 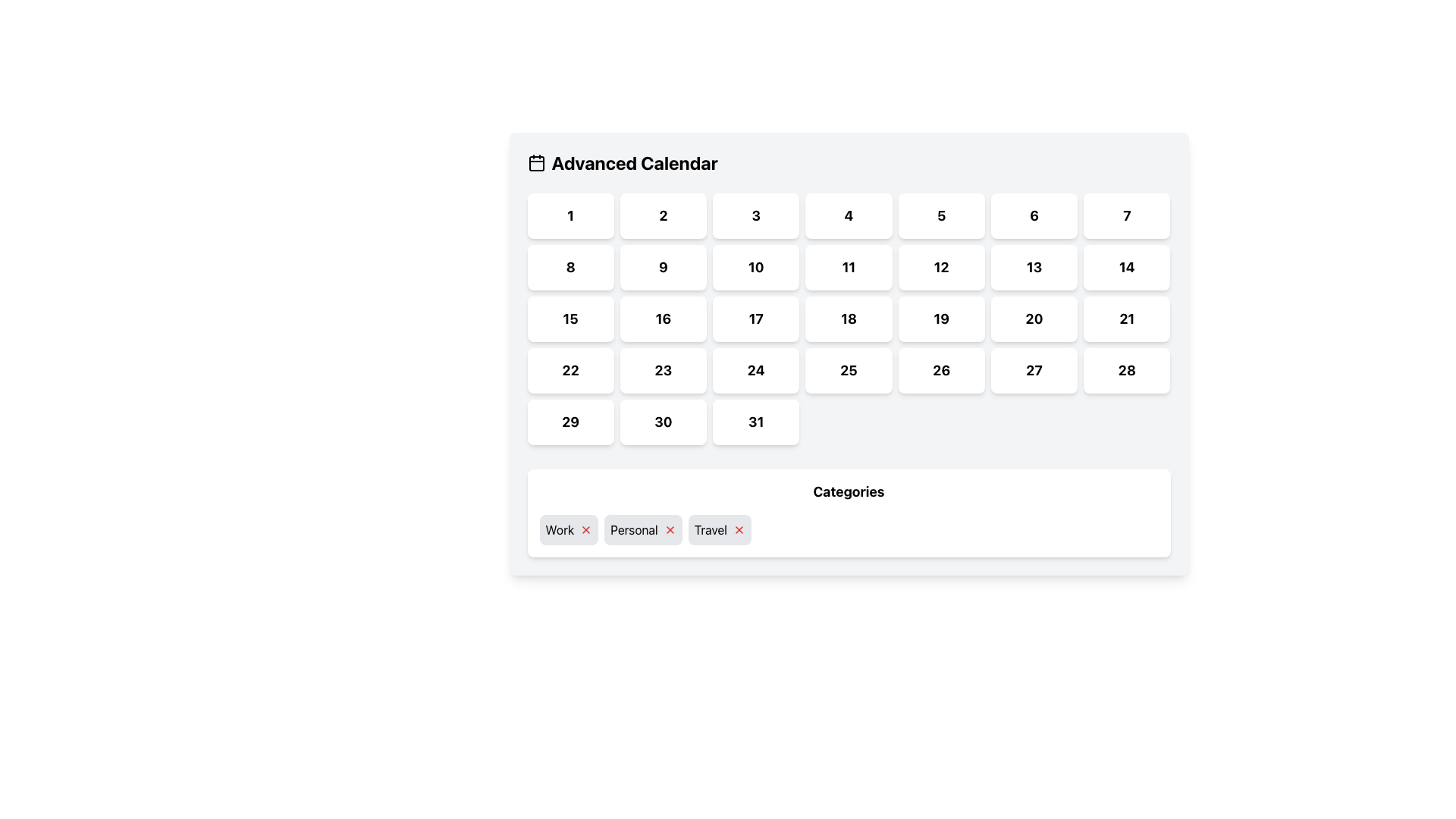 I want to click on the text label representing the day number '4' in the calendar view, which is located in the topmost row, fourth column under the 'Advanced Calendar' header, so click(x=848, y=215).